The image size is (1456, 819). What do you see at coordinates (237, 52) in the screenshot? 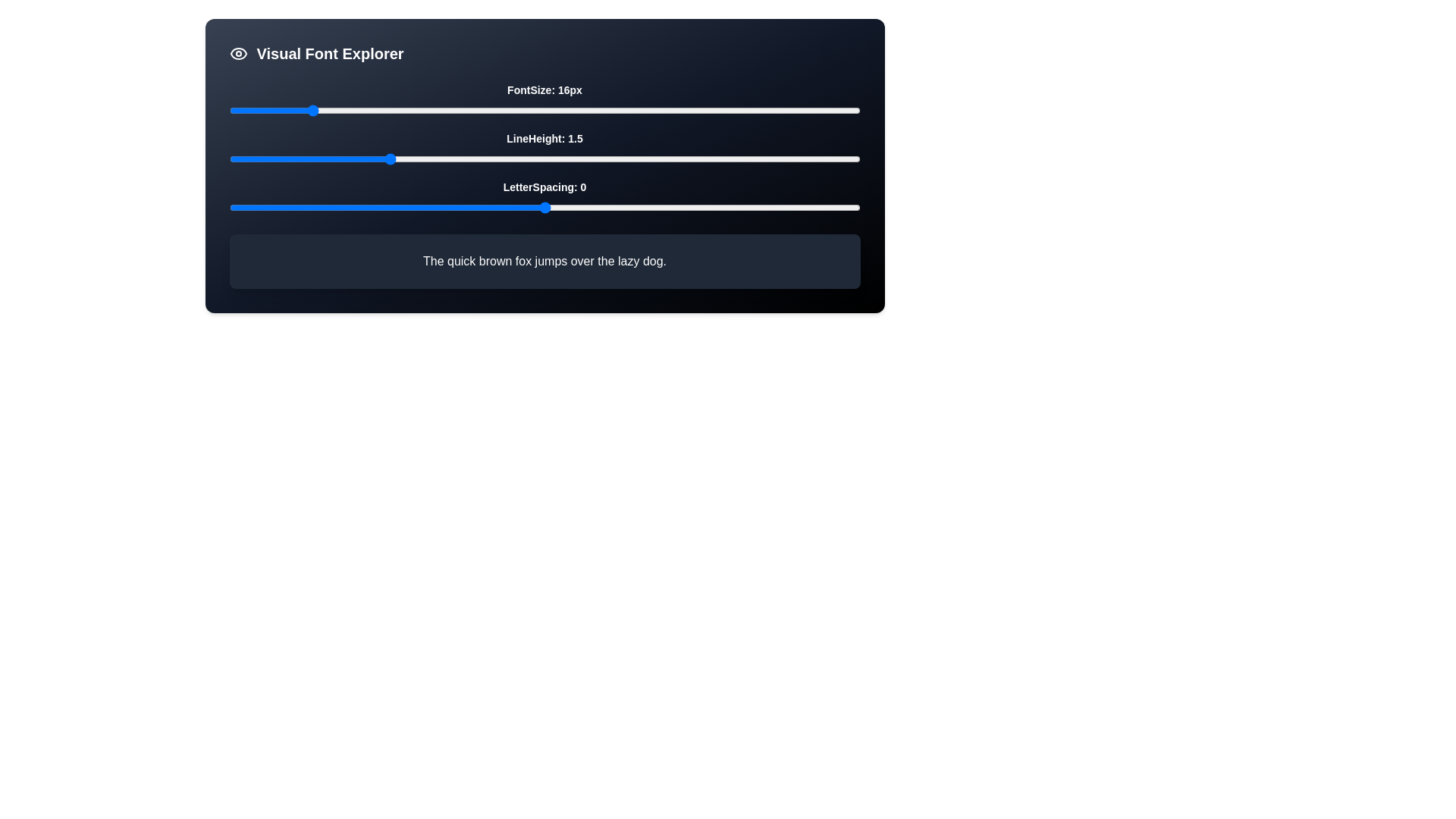
I see `the header icon (eye icon) in the Visual Font Explorer header` at bounding box center [237, 52].